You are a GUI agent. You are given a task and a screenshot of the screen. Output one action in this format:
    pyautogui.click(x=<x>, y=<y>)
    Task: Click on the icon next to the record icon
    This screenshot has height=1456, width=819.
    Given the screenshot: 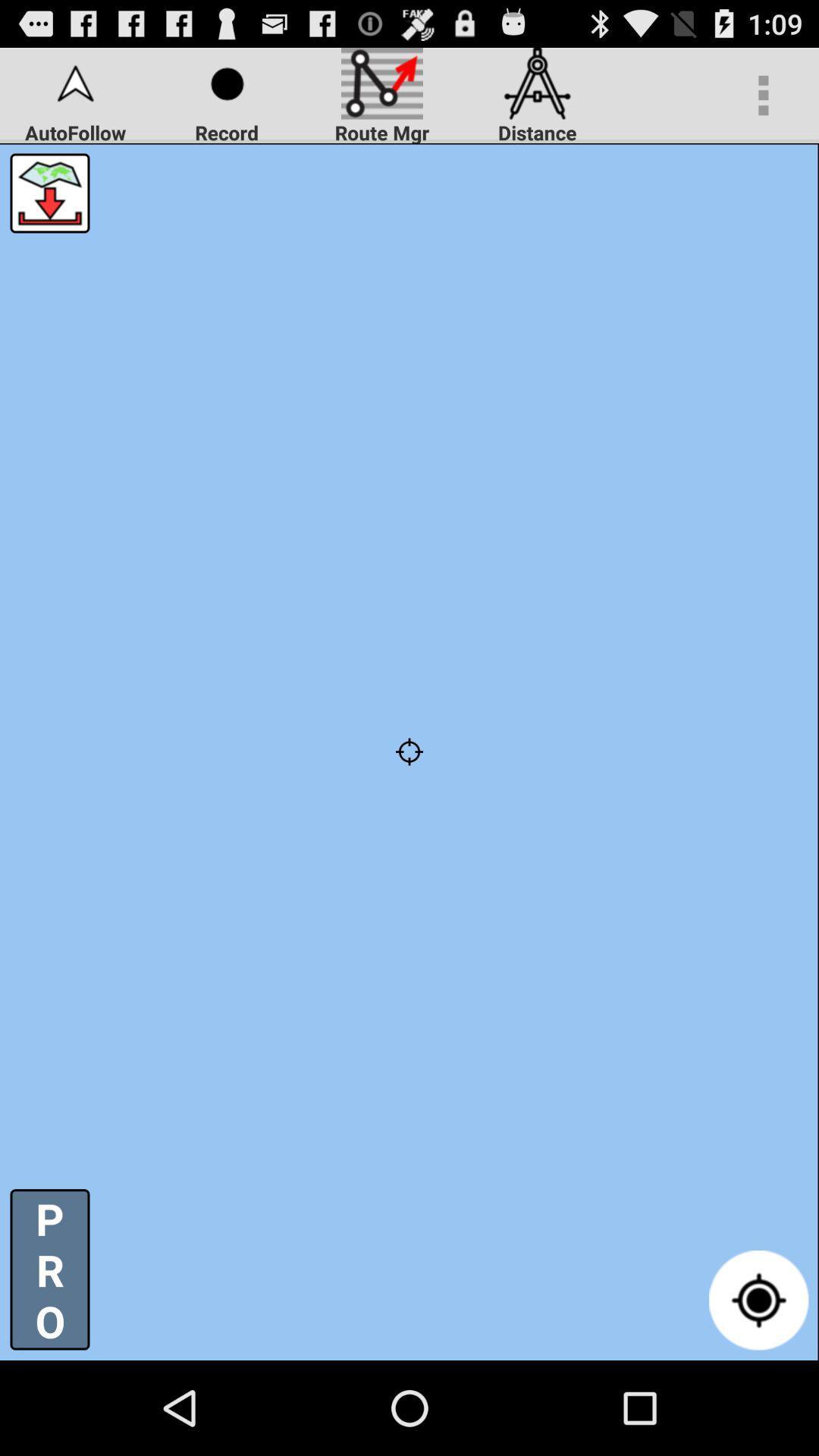 What is the action you would take?
    pyautogui.click(x=49, y=192)
    